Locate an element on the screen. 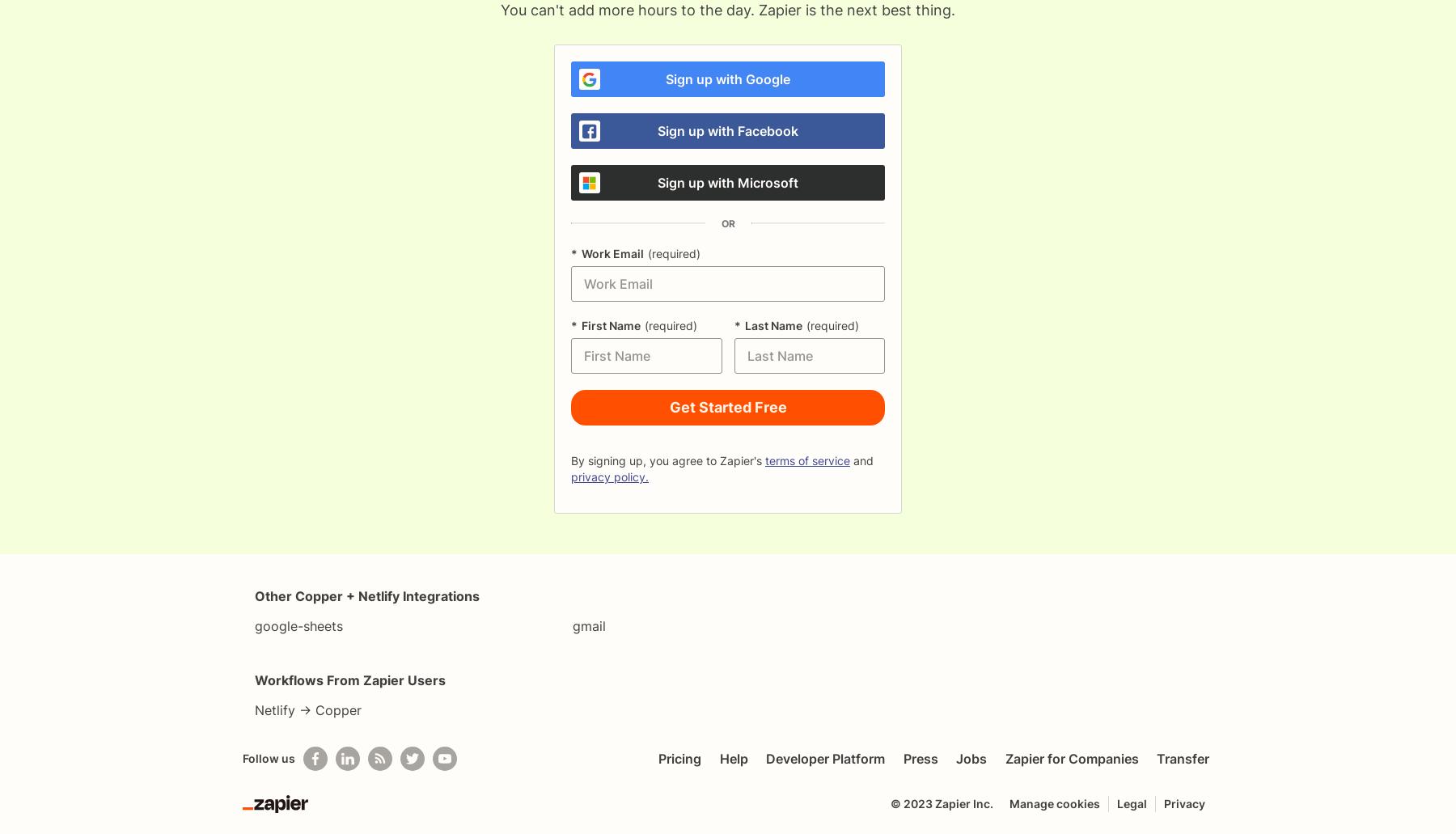 Image resolution: width=1456 pixels, height=834 pixels. 'Sign up with Facebook' is located at coordinates (728, 129).